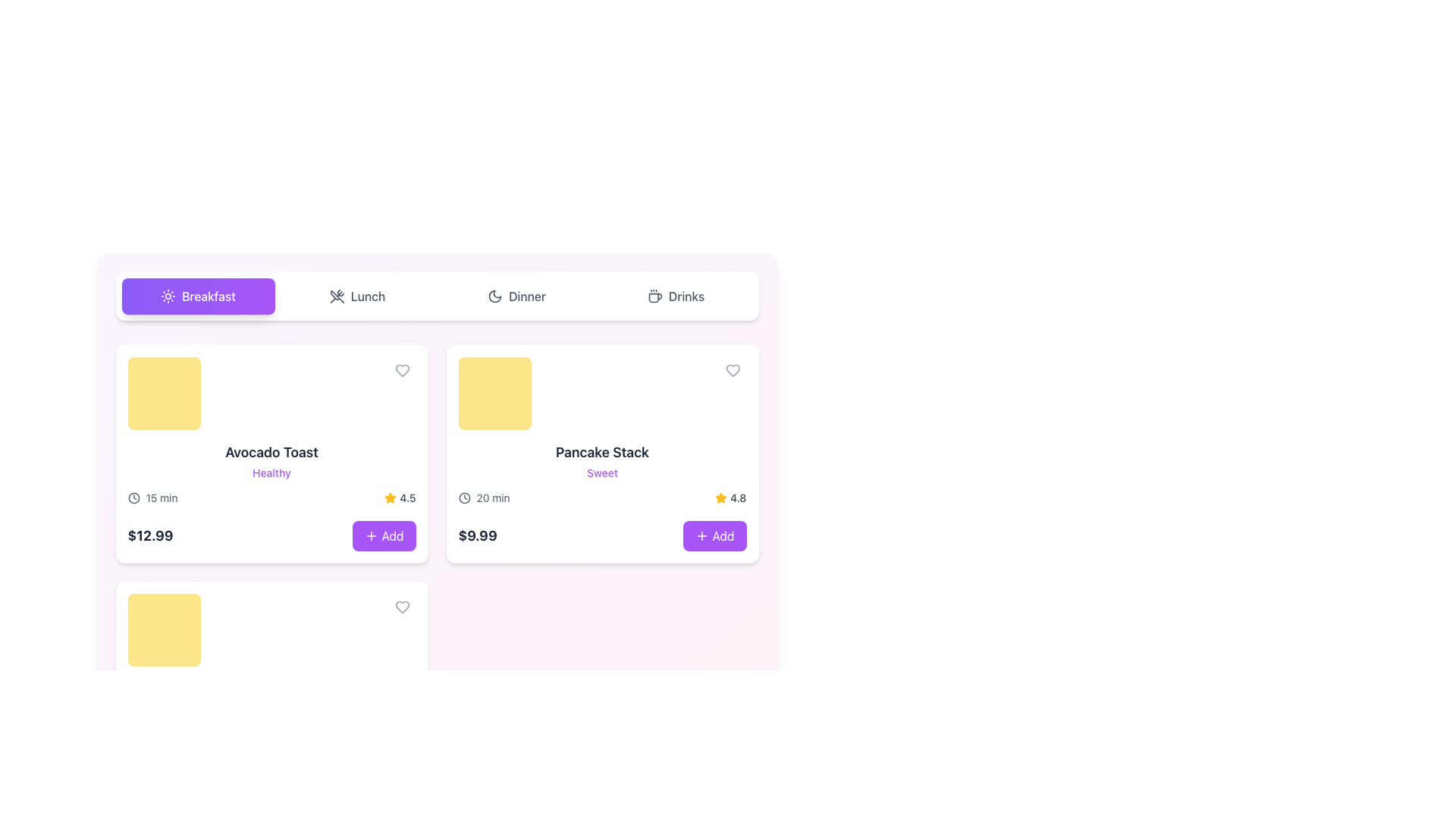 This screenshot has height=819, width=1456. I want to click on the decorative non-interactive visual block located at the top left of the card displaying information about 'Pancake Stack', so click(494, 393).